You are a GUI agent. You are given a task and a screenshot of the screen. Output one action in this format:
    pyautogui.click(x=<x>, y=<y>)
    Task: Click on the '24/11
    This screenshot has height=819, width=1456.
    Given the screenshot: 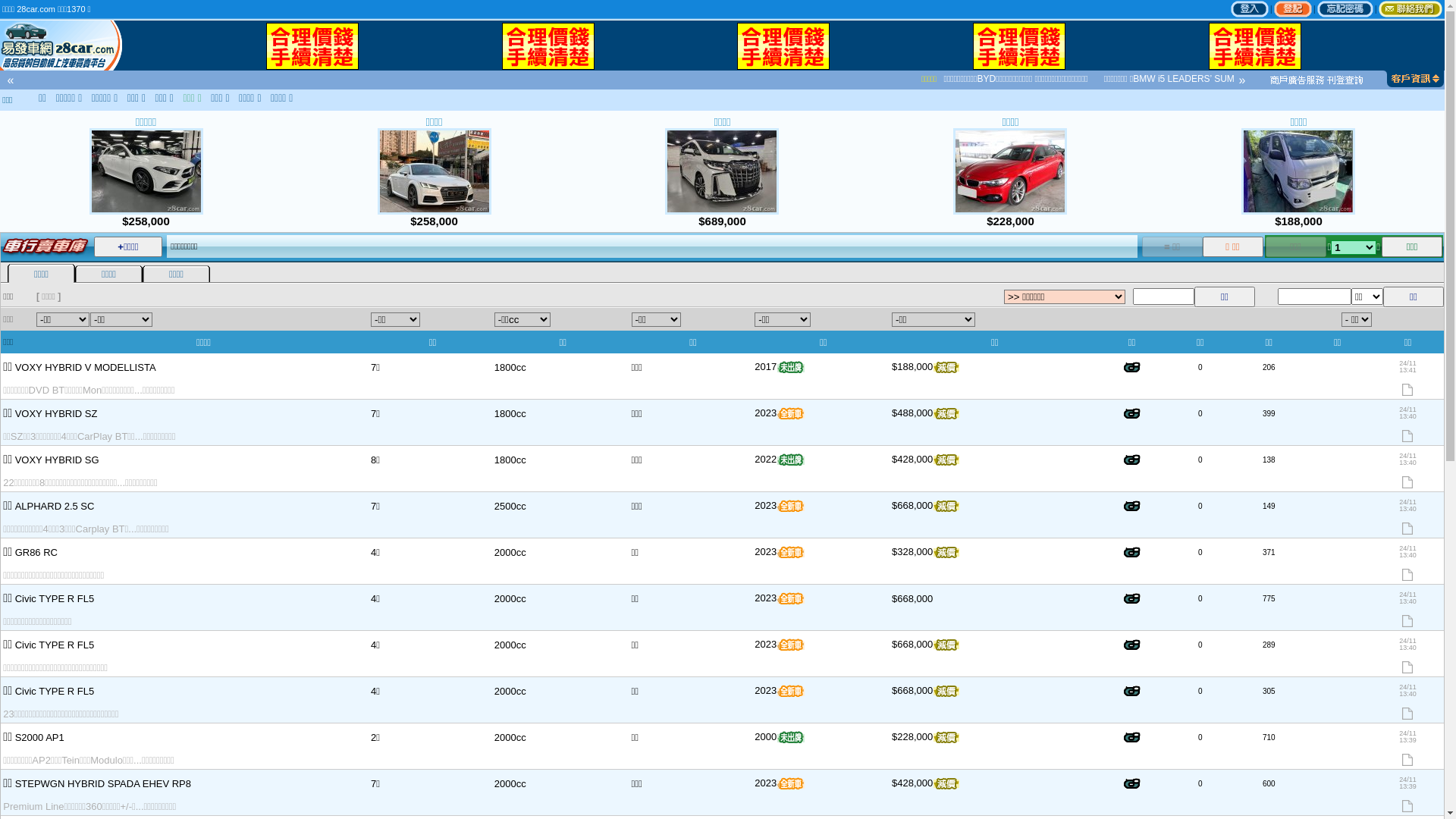 What is the action you would take?
    pyautogui.click(x=1407, y=375)
    